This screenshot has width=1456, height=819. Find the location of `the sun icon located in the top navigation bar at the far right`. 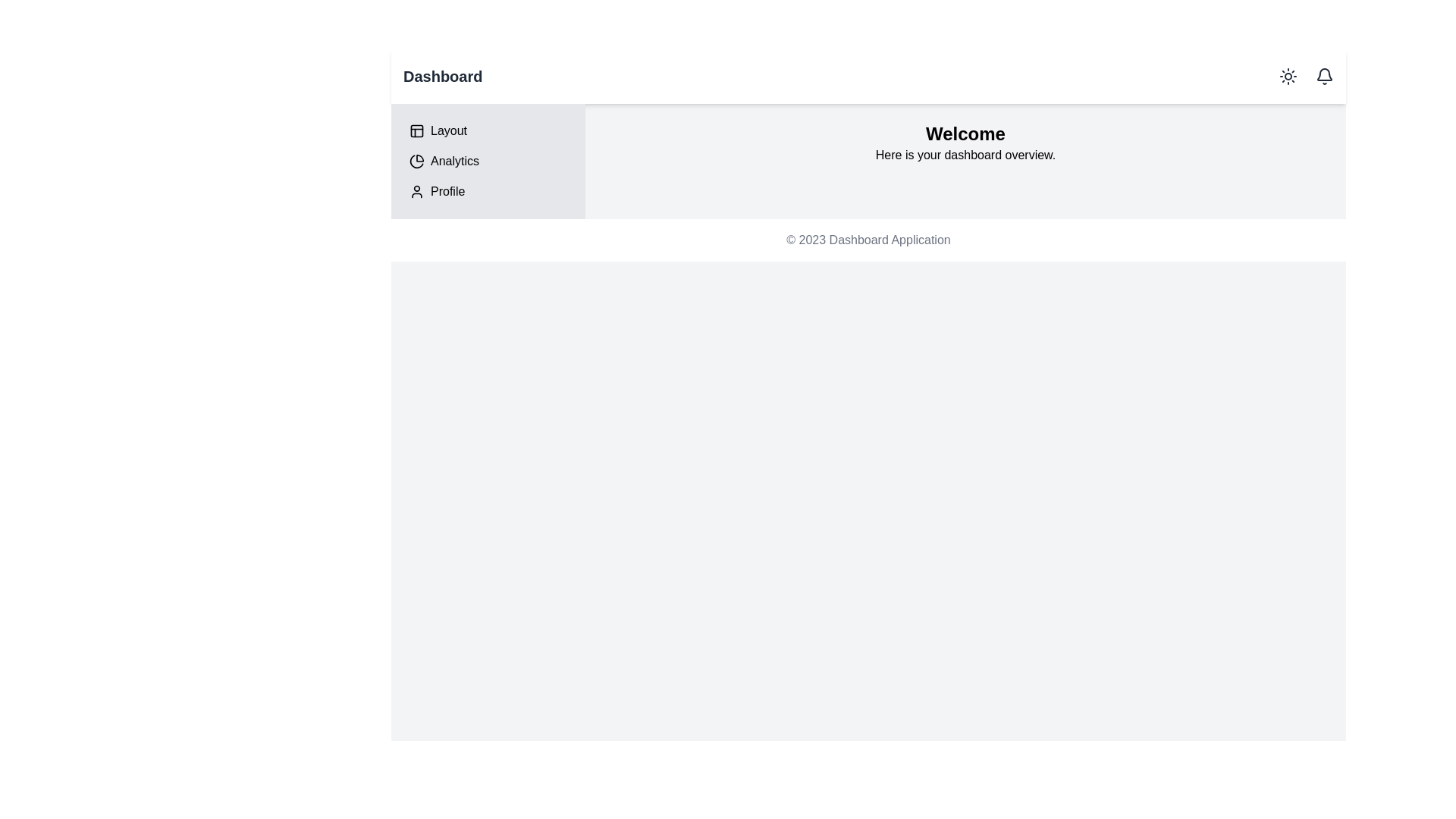

the sun icon located in the top navigation bar at the far right is located at coordinates (1288, 76).